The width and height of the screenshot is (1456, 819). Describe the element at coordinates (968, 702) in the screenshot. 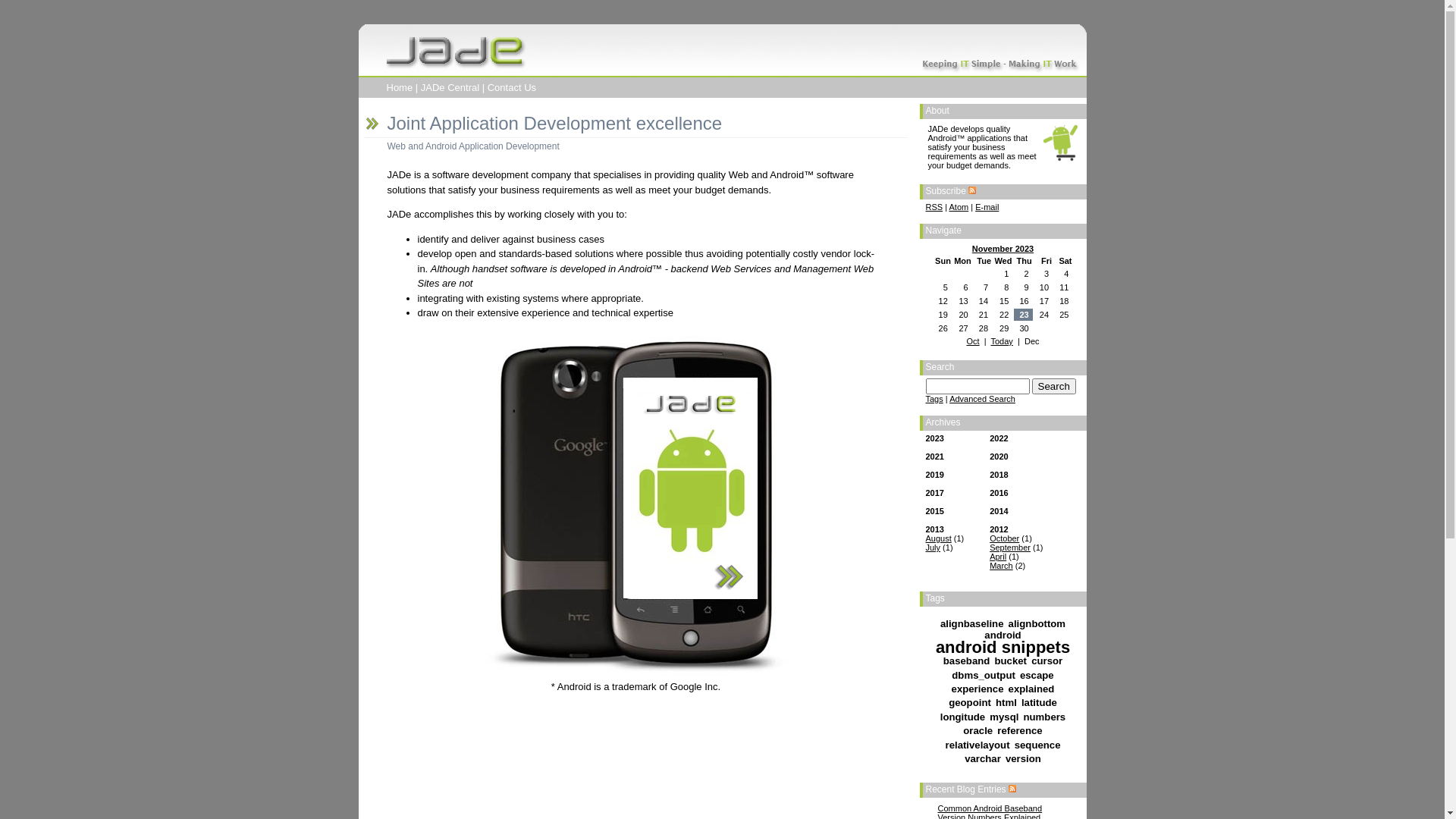

I see `'geopoint'` at that location.